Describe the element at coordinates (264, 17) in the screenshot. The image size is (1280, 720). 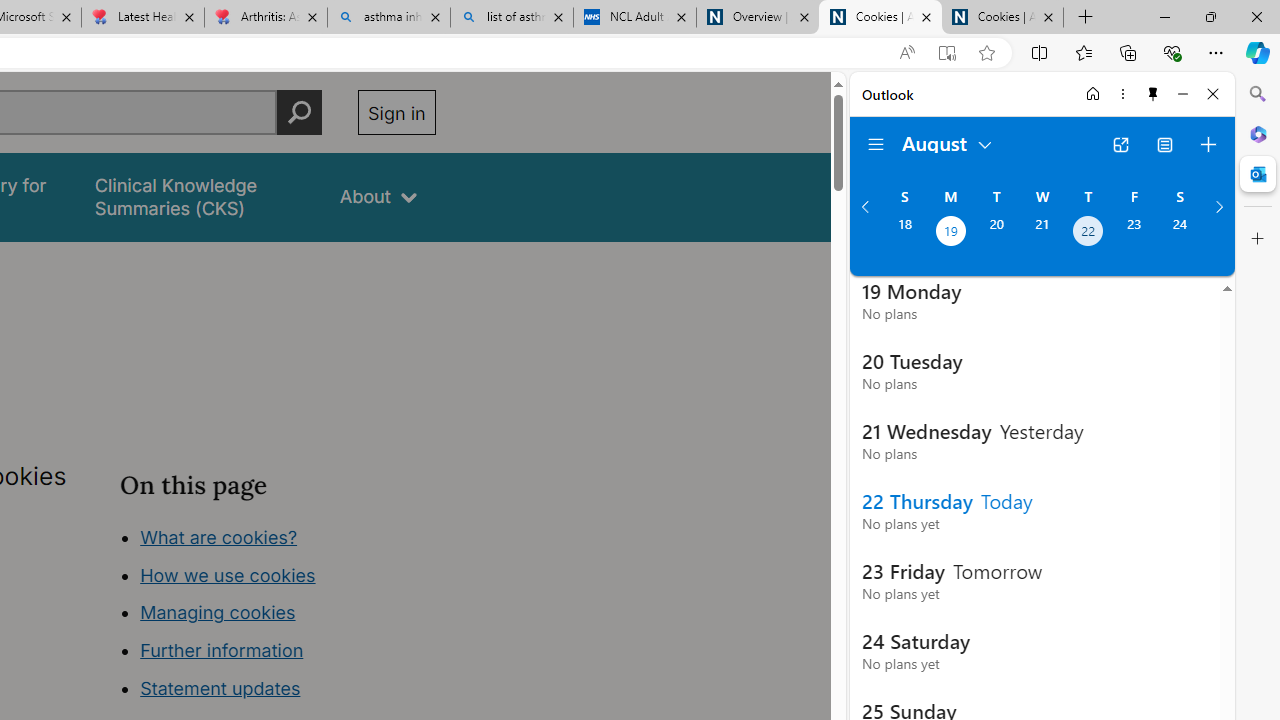
I see `'Arthritis: Ask Health Professionals'` at that location.